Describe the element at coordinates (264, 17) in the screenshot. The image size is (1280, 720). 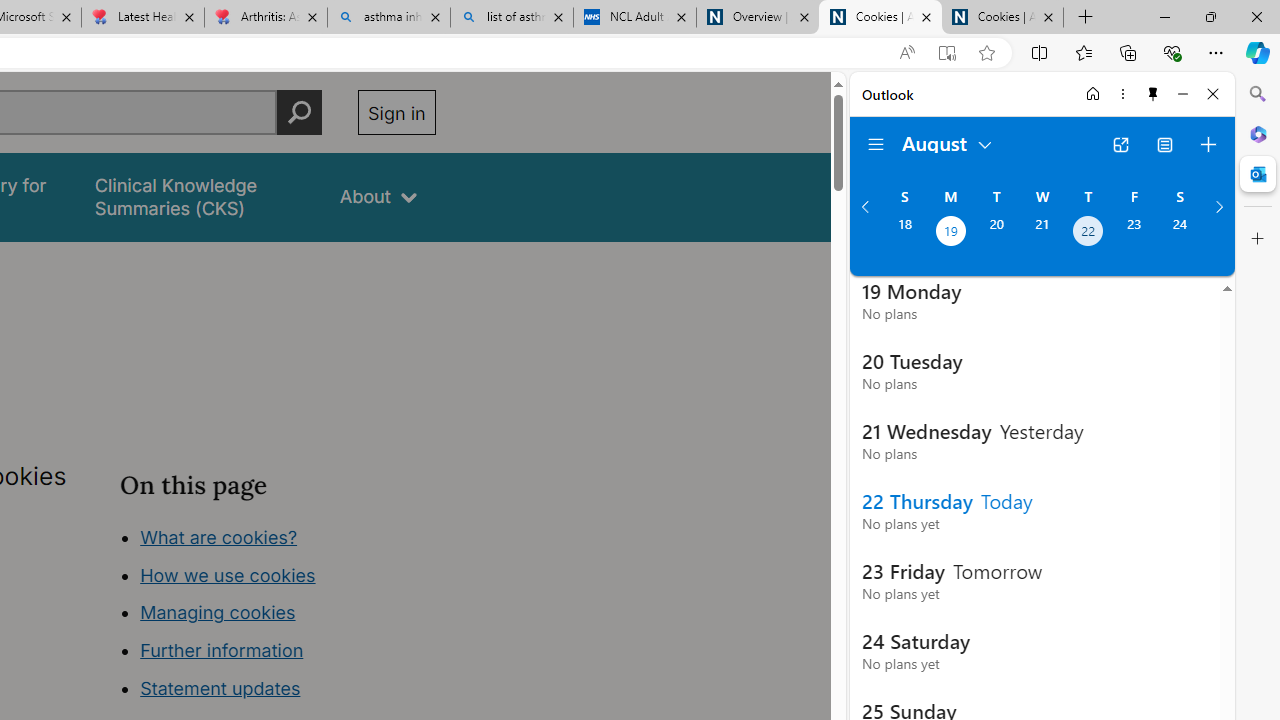
I see `'Arthritis: Ask Health Professionals'` at that location.